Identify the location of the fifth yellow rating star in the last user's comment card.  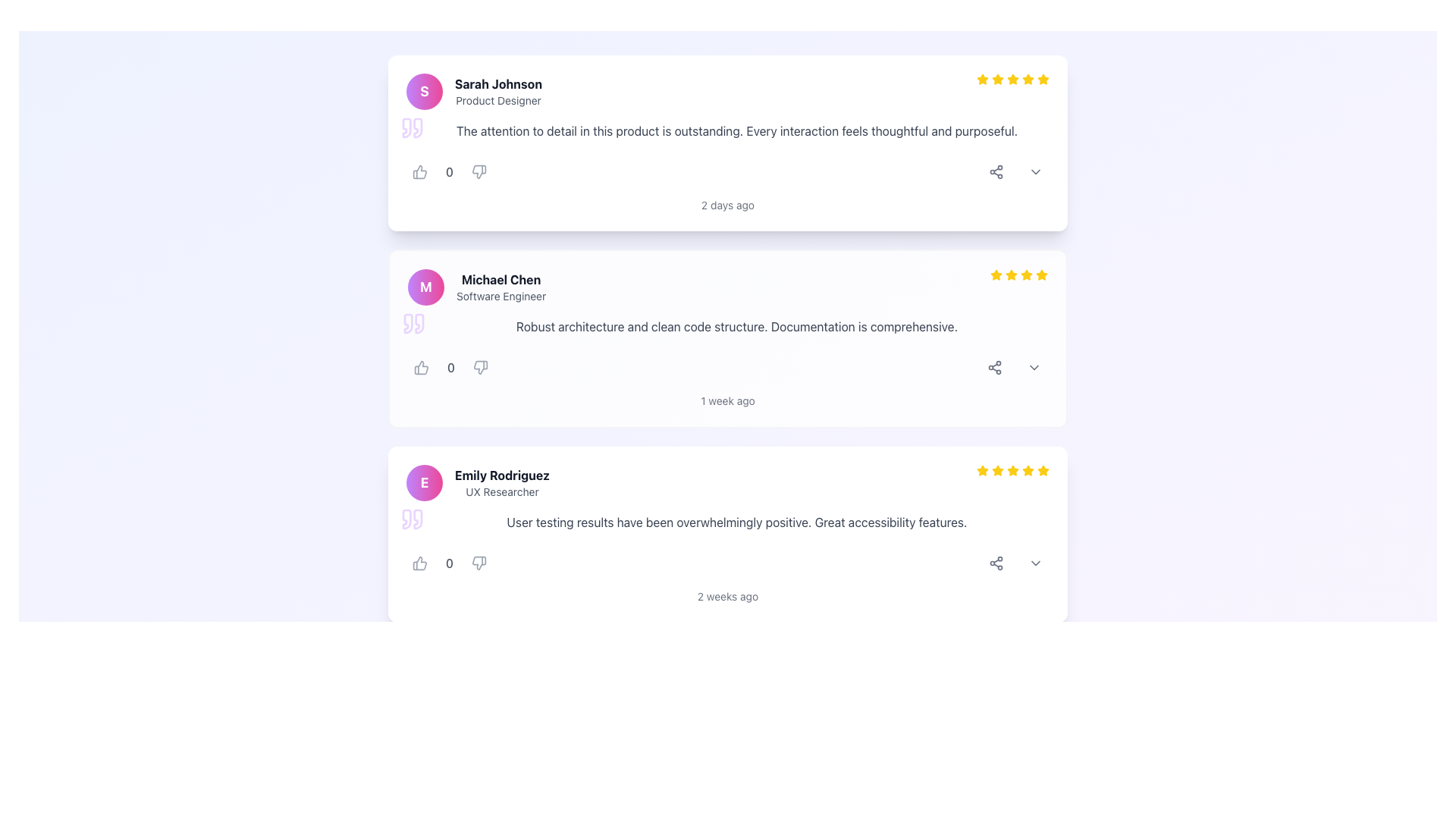
(1028, 469).